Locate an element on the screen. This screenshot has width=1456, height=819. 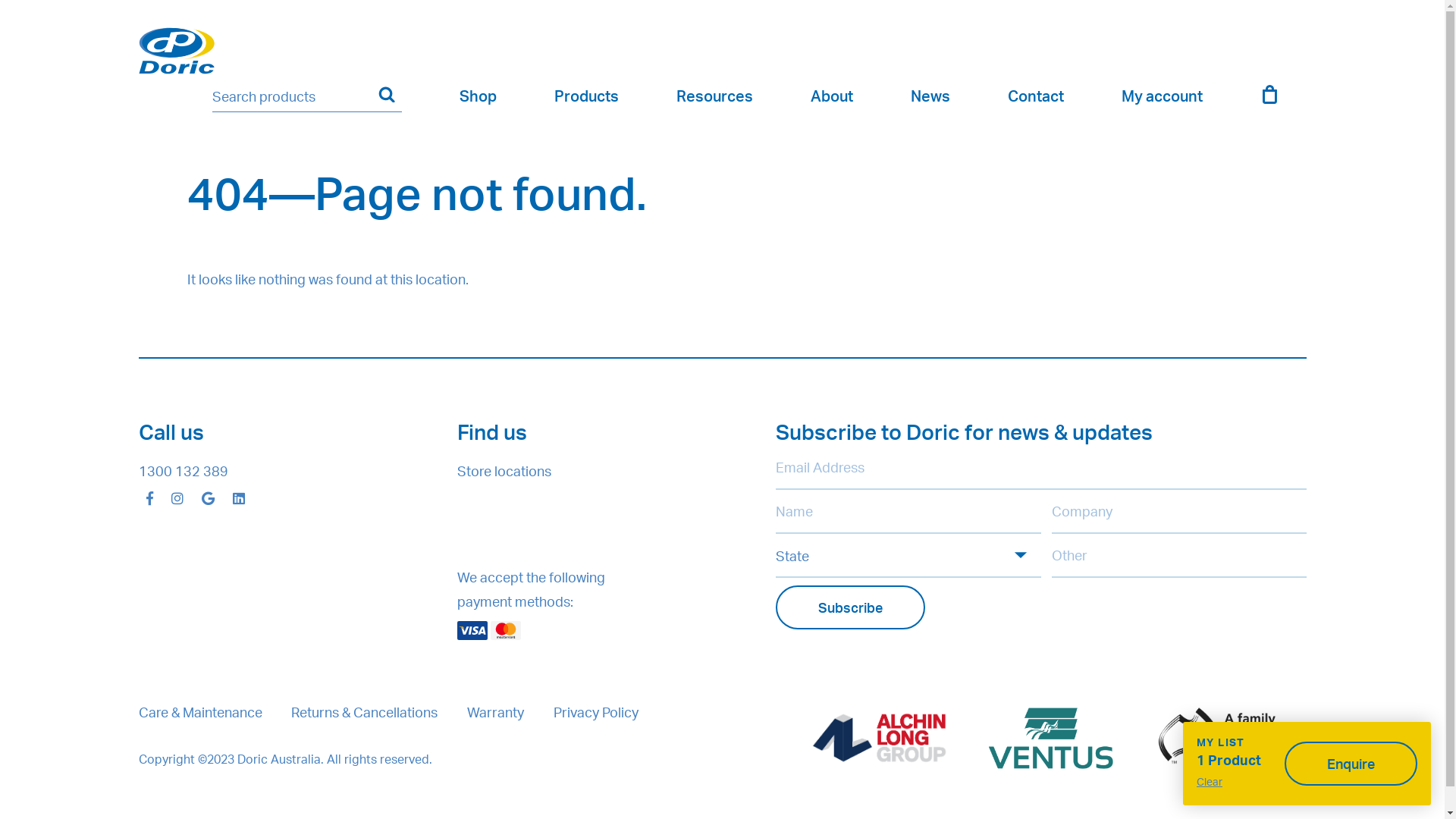
'Resources' is located at coordinates (714, 96).